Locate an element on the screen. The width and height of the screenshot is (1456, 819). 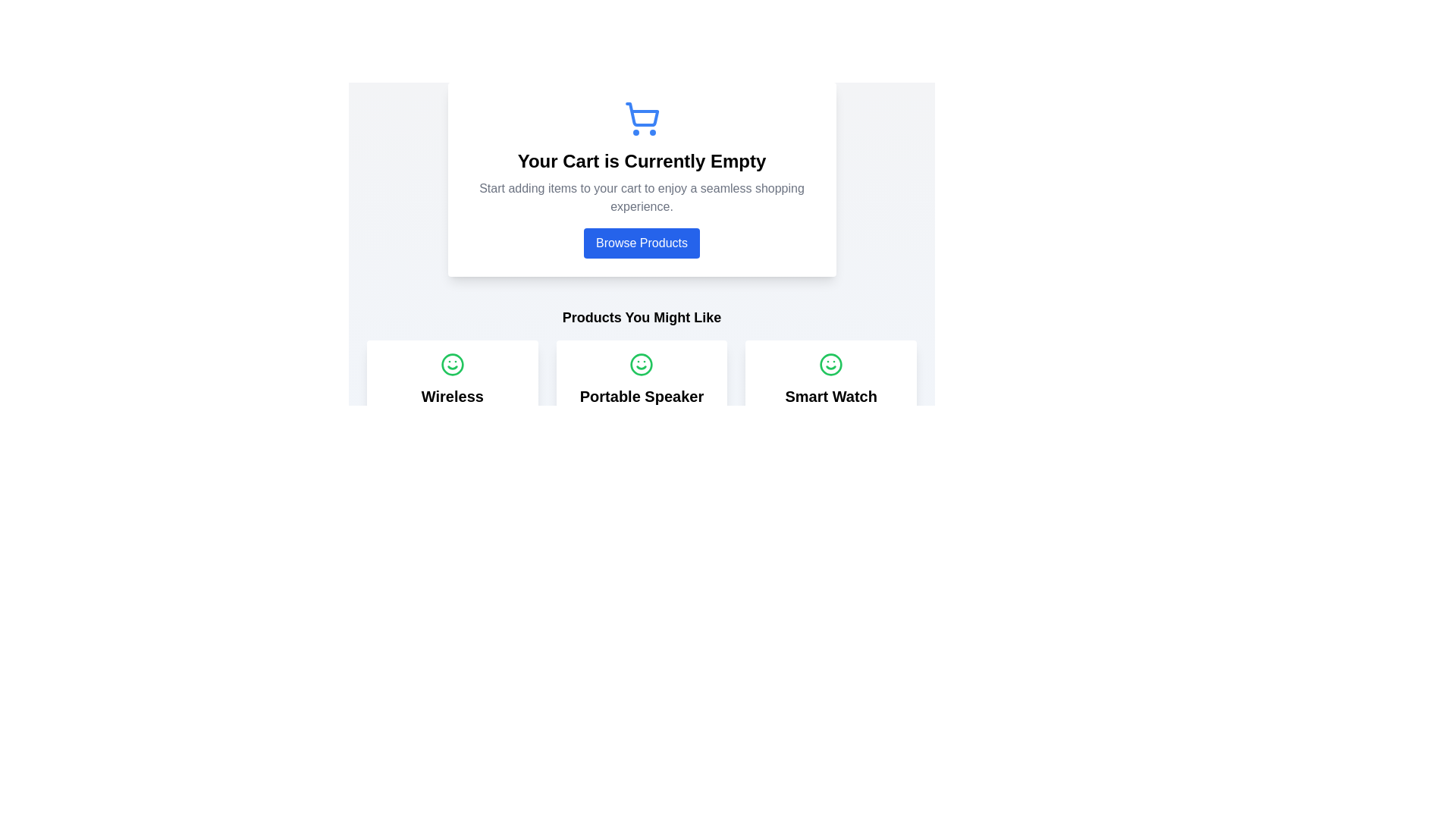
the decorative circular outline of the smile icon on the 'Wireless' product recommendation card located in the 'Products You Might Like' section is located at coordinates (451, 365).